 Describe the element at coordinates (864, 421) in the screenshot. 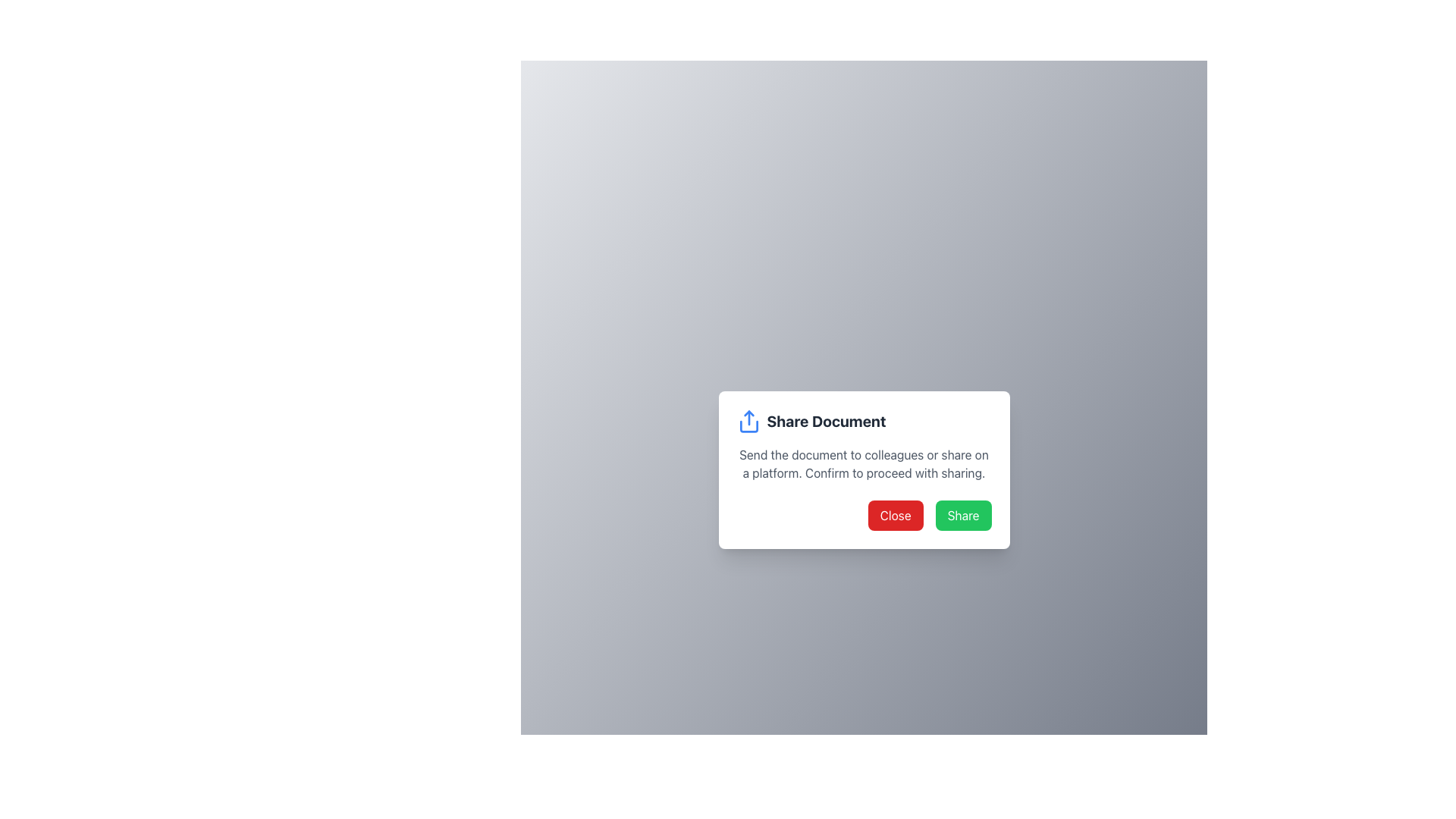

I see `the 'Share Document' header with the blue icon indicating sharing, located at the top of the modal dialog box` at that location.